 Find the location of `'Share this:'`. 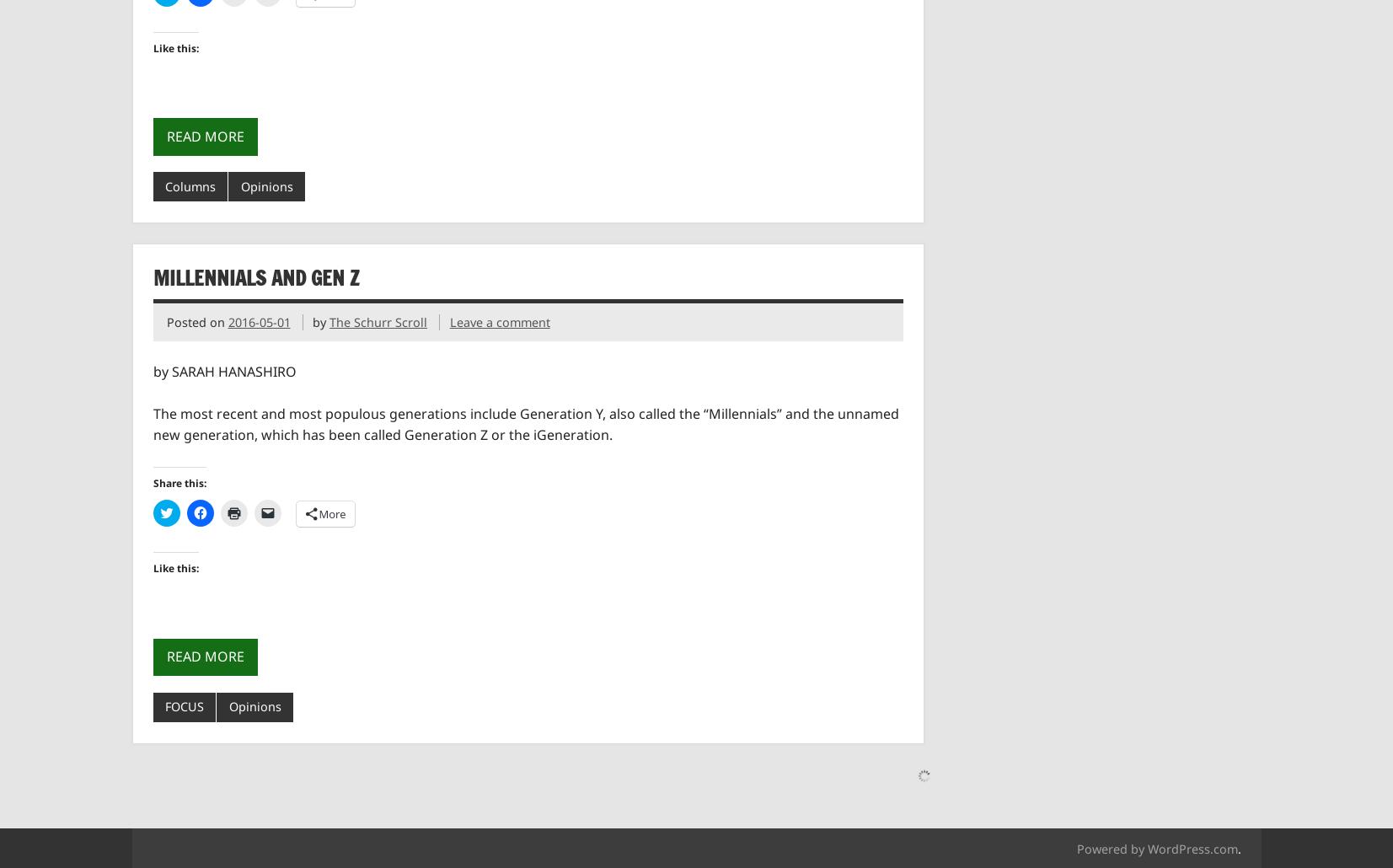

'Share this:' is located at coordinates (178, 482).